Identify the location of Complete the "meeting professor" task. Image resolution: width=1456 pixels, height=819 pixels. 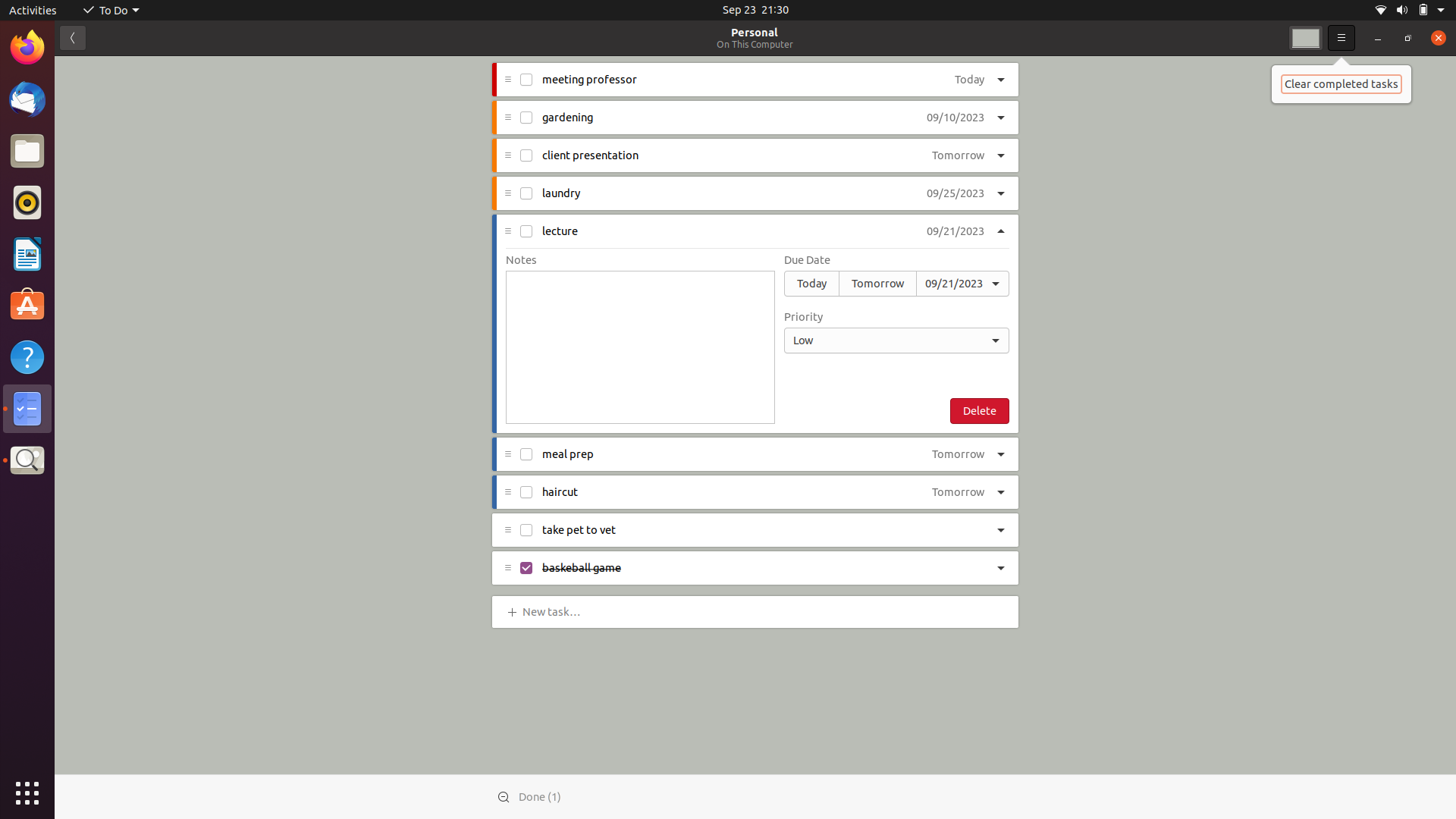
(527, 81).